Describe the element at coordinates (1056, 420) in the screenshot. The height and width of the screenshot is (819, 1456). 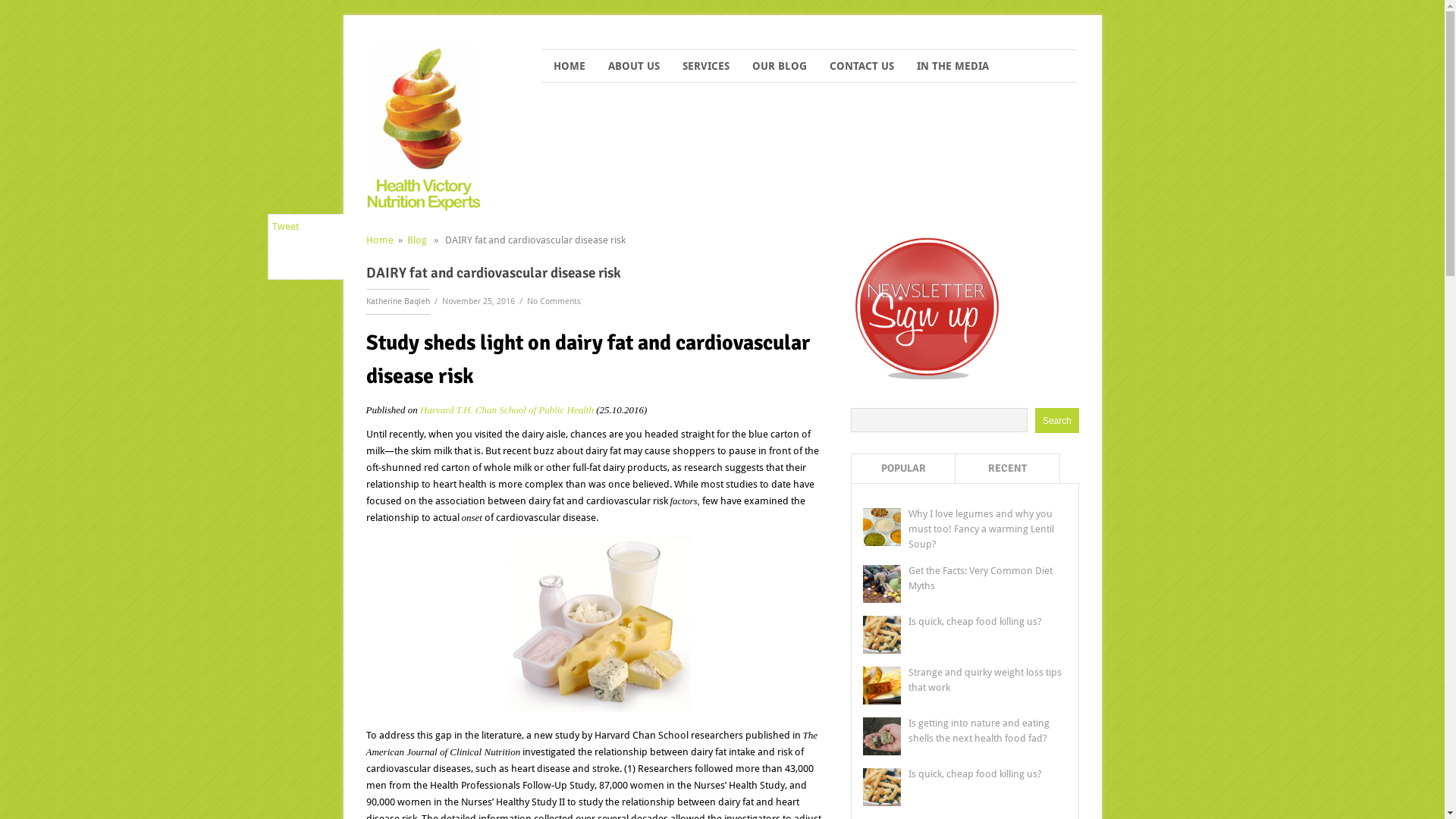
I see `'Search'` at that location.